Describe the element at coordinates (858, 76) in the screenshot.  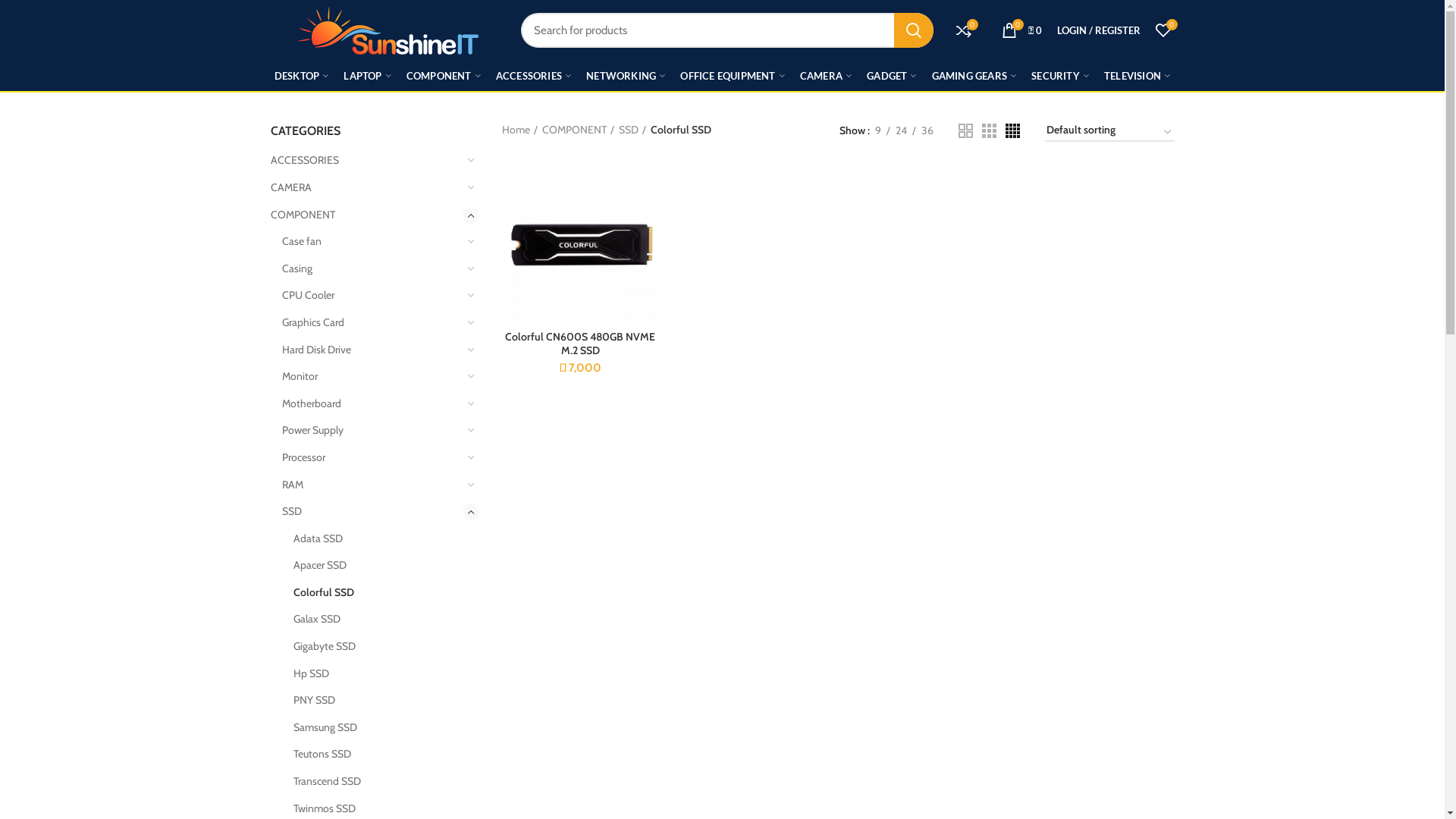
I see `'GADGET'` at that location.